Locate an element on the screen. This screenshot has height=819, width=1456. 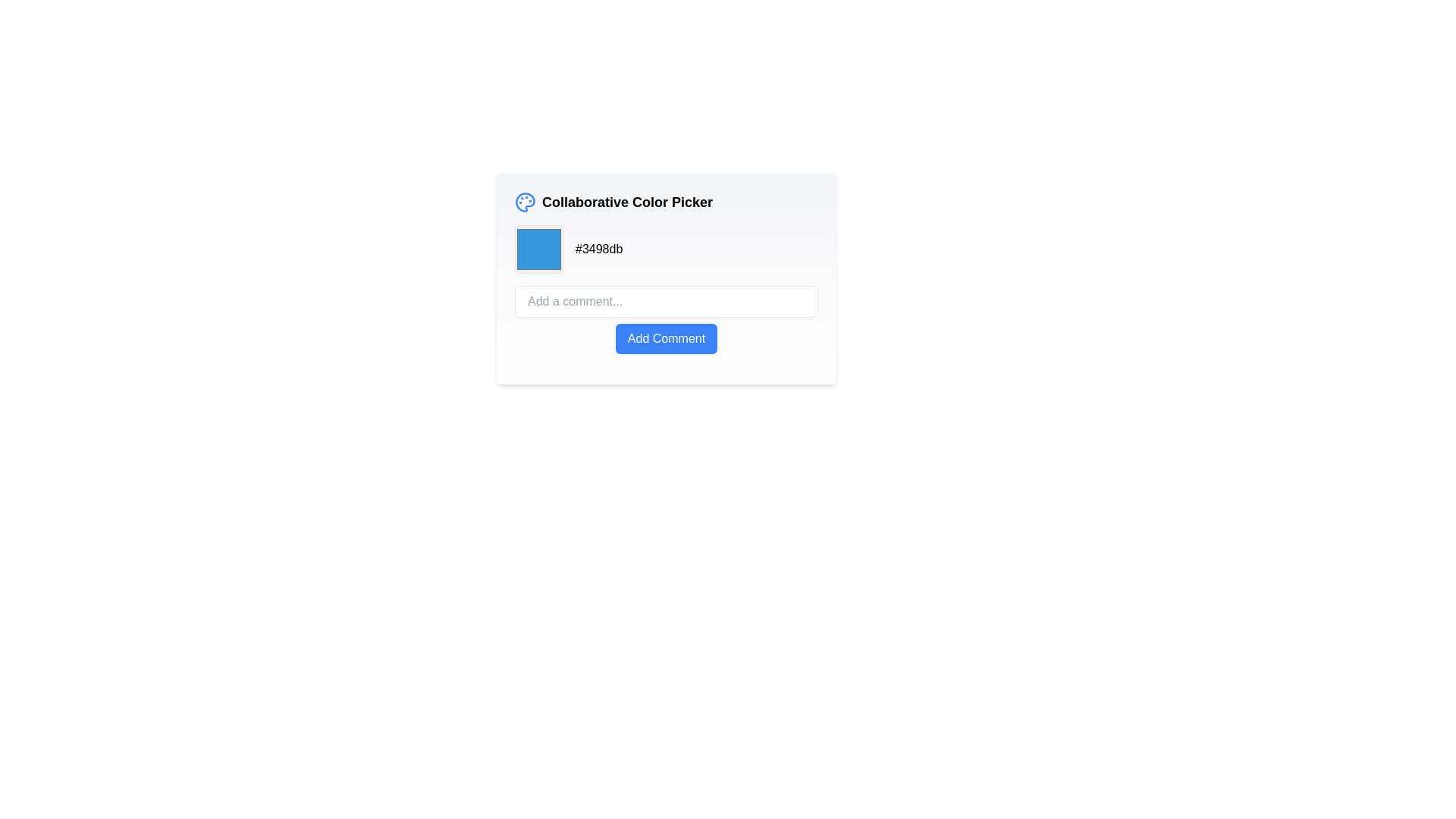
the submit button located below the 'Add a comment...' input field is located at coordinates (666, 338).